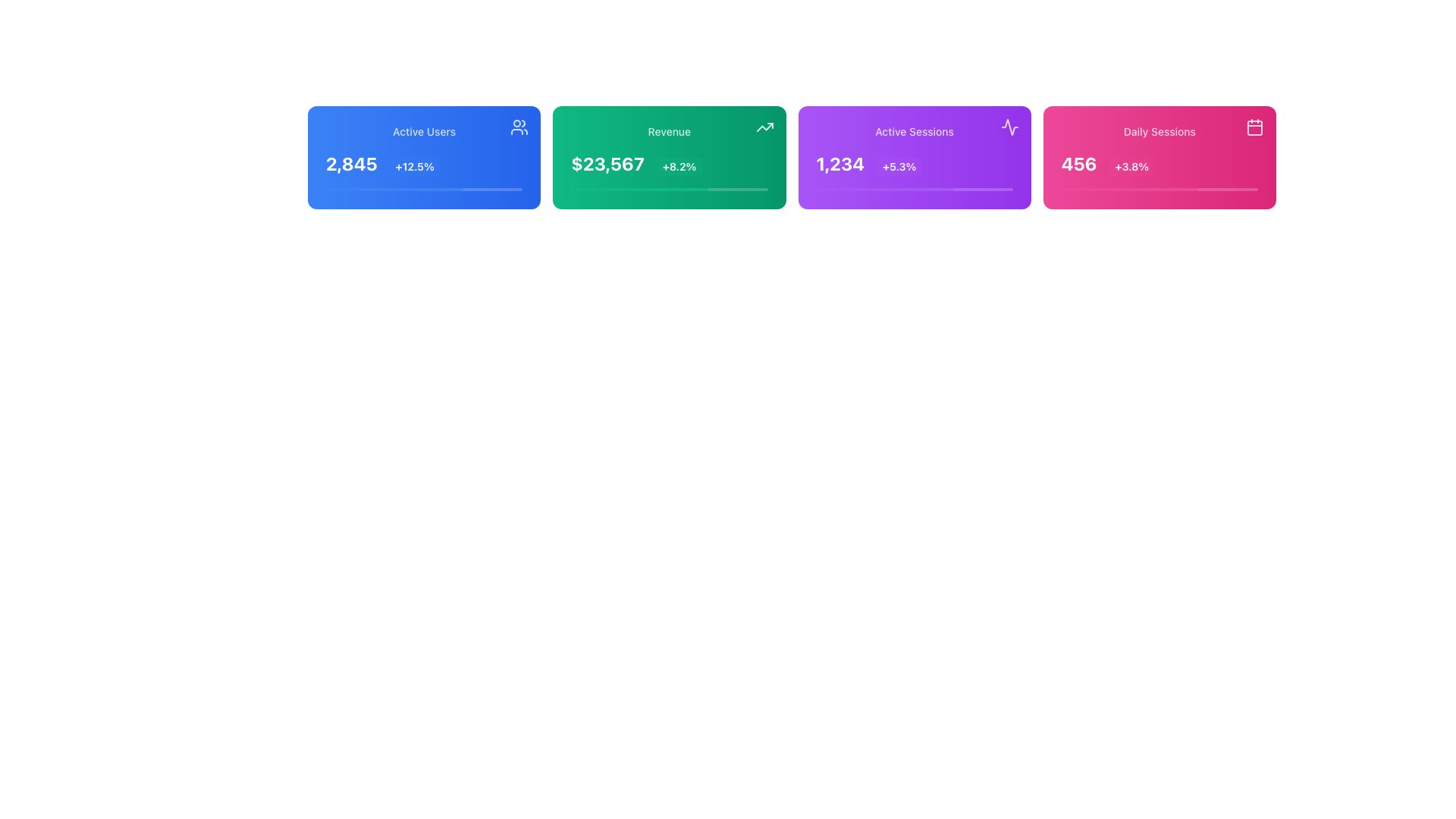 The width and height of the screenshot is (1456, 819). What do you see at coordinates (607, 164) in the screenshot?
I see `the text displaying '$23,567' within the green card labeled 'Revenue', which is prominently styled and located to the left as the first piece of information under the title` at bounding box center [607, 164].